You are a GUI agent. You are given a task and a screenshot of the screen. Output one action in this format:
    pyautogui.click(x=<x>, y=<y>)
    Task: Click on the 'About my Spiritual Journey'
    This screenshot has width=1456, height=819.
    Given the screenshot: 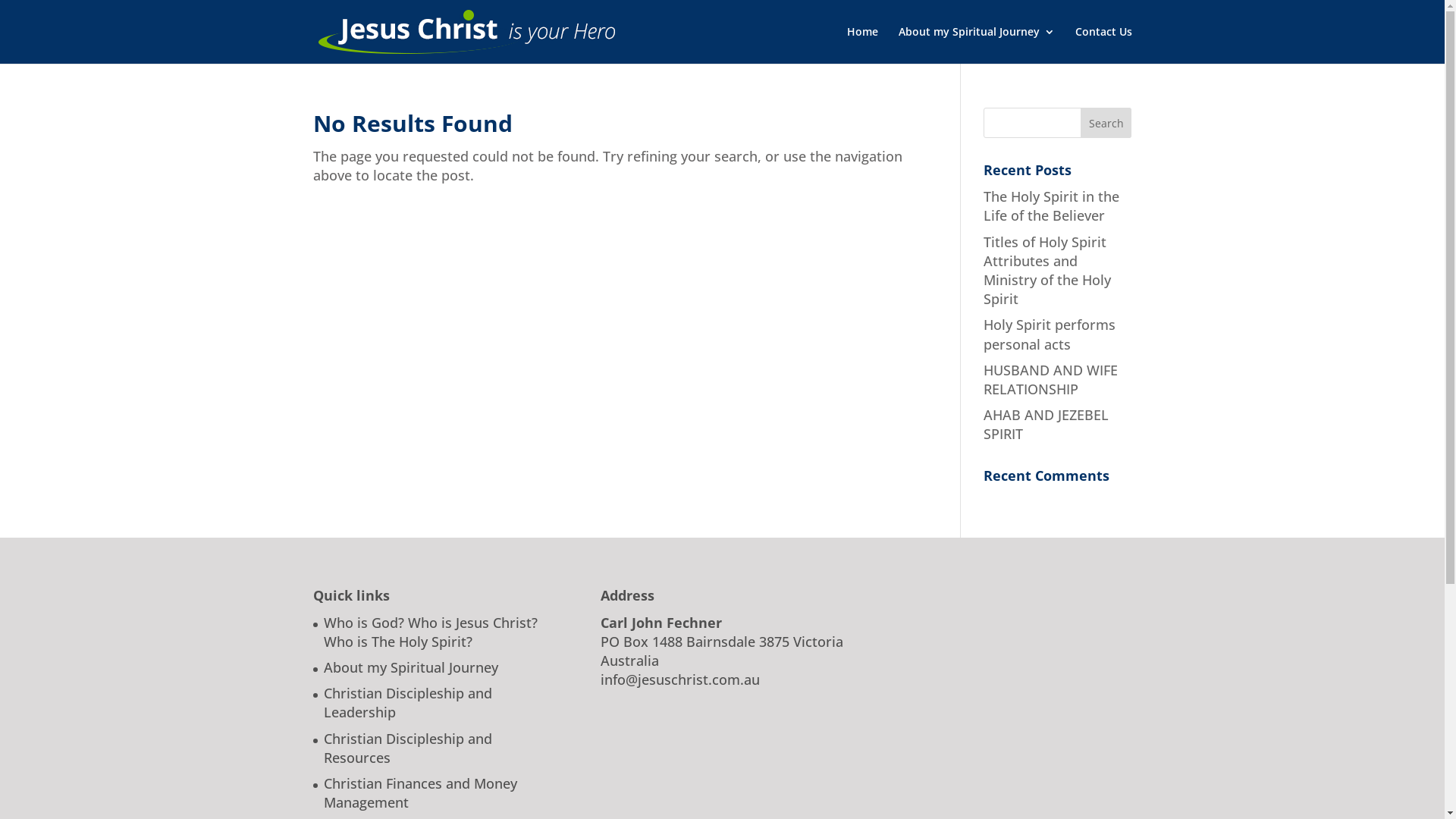 What is the action you would take?
    pyautogui.click(x=410, y=666)
    